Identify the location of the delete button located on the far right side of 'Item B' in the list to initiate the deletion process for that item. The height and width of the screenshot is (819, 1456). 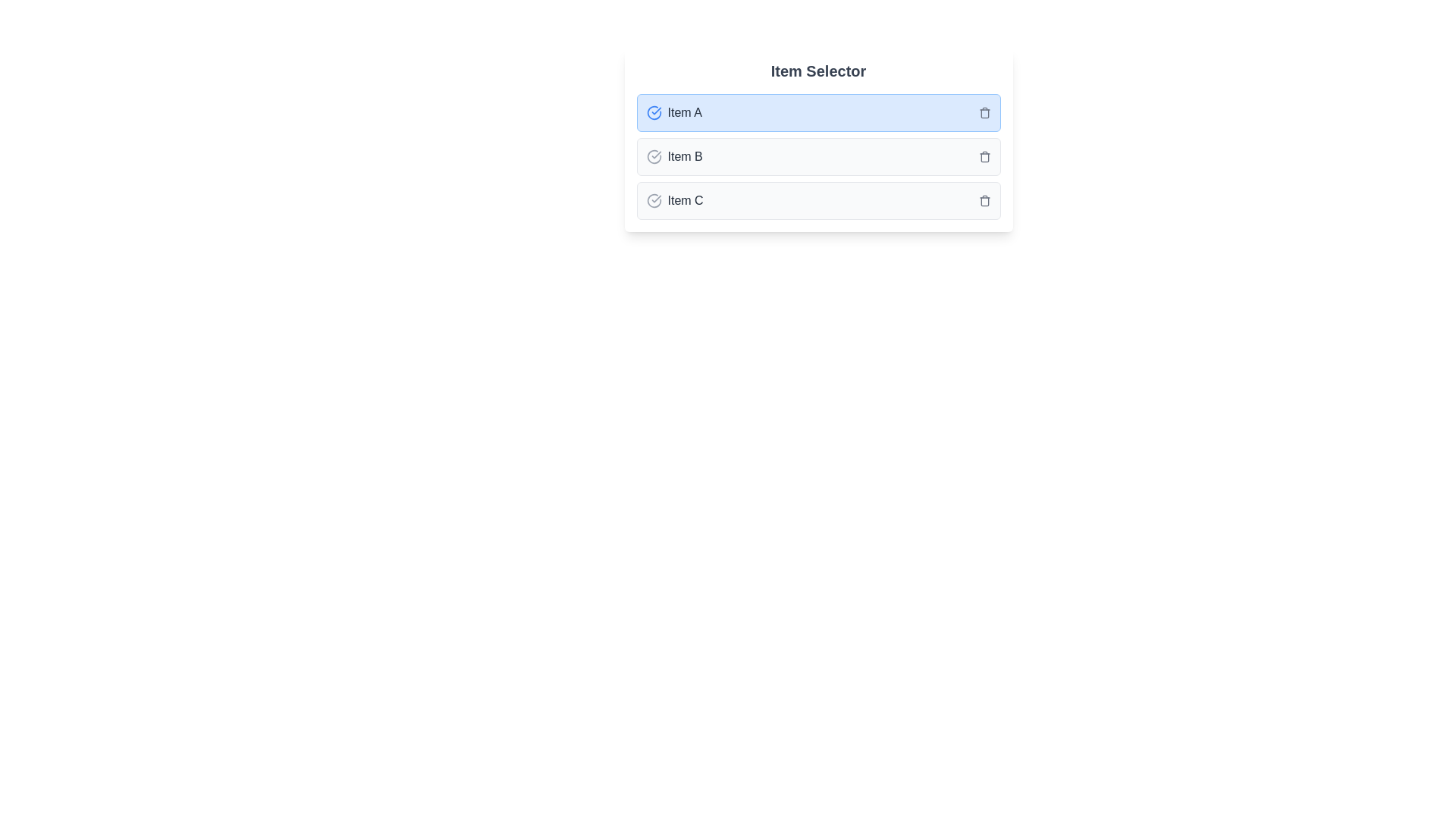
(984, 157).